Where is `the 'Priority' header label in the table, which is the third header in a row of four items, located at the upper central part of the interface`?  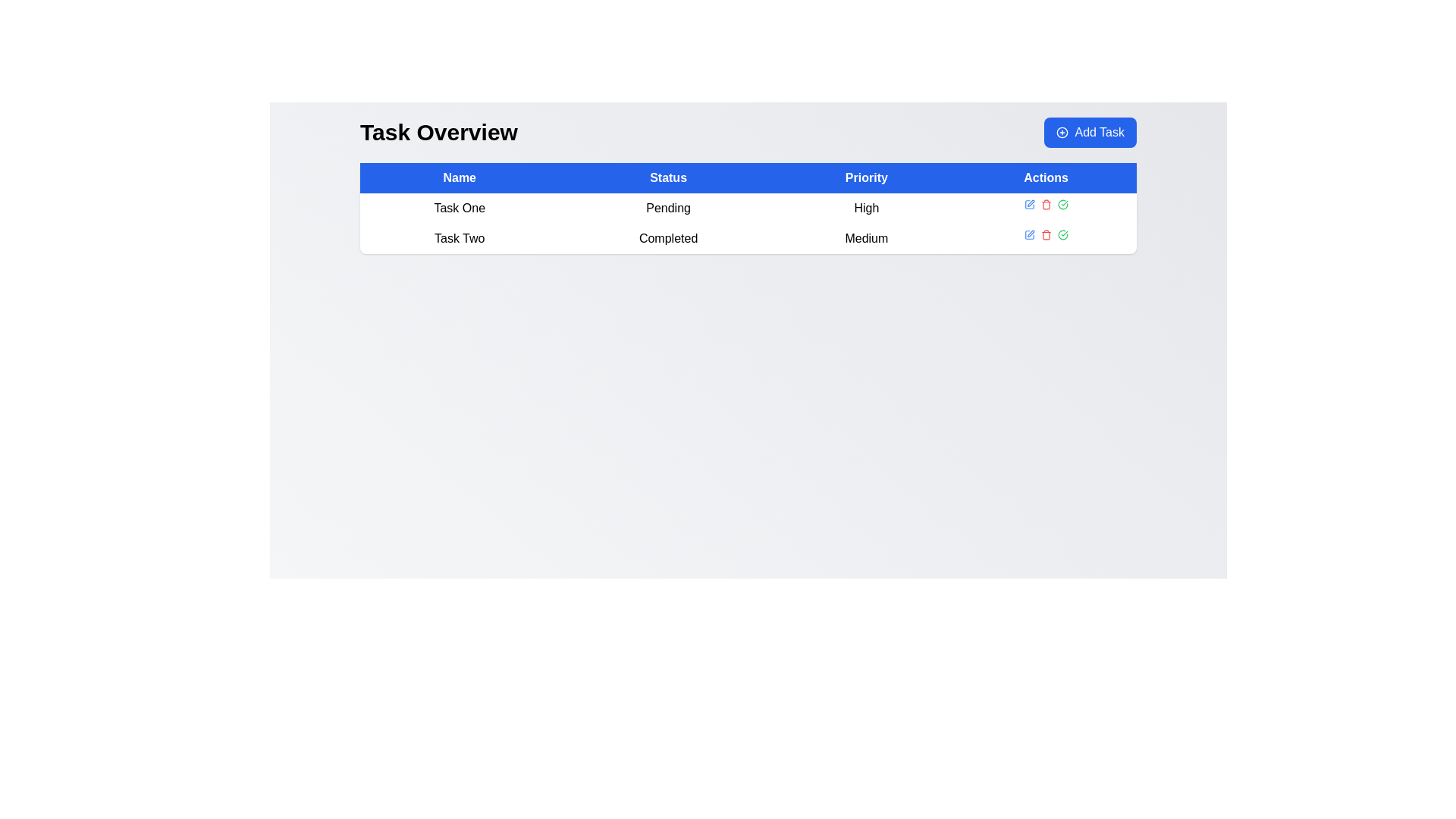
the 'Priority' header label in the table, which is the third header in a row of four items, located at the upper central part of the interface is located at coordinates (866, 177).